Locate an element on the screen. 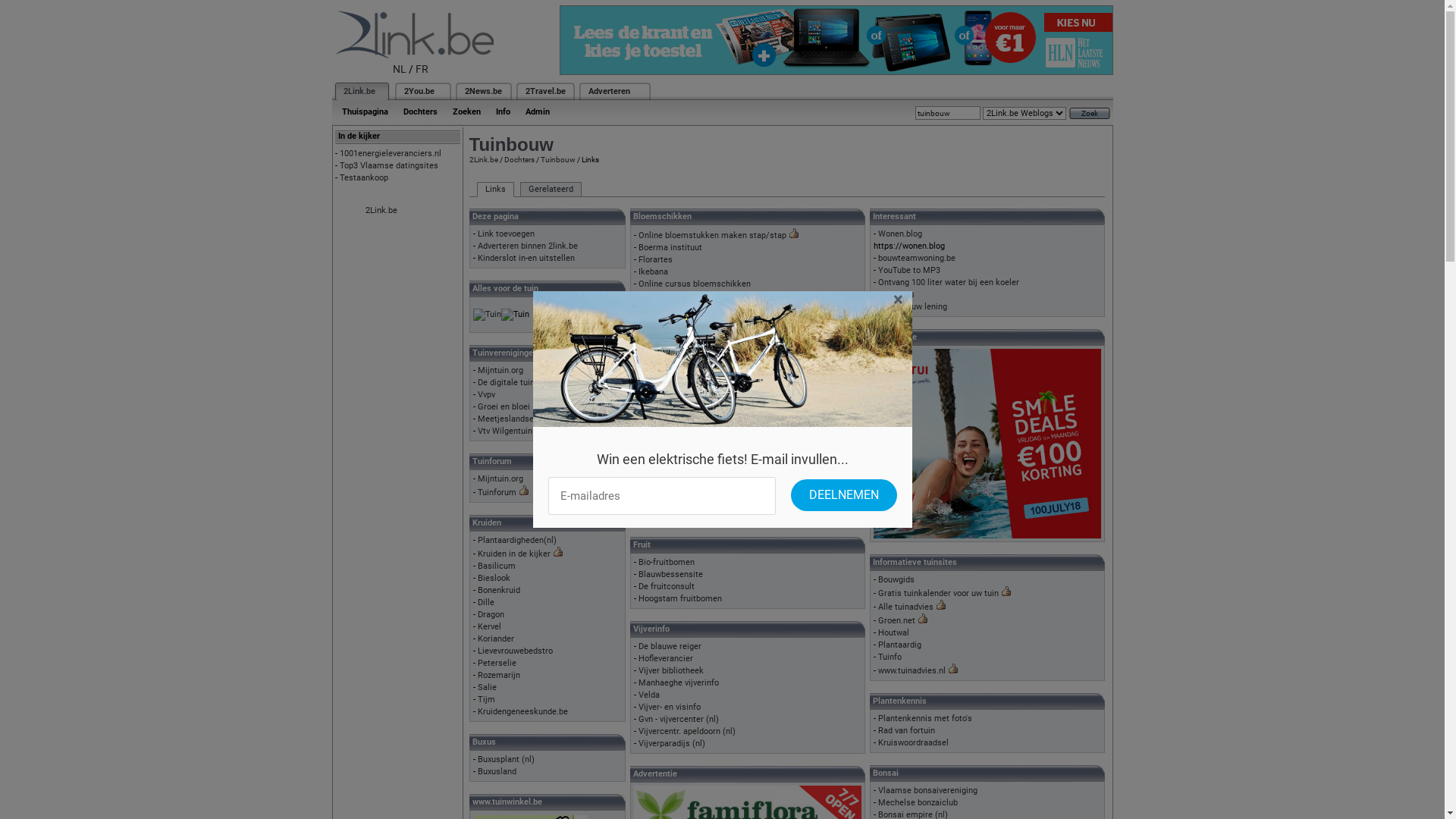  'Kervel' is located at coordinates (489, 626).